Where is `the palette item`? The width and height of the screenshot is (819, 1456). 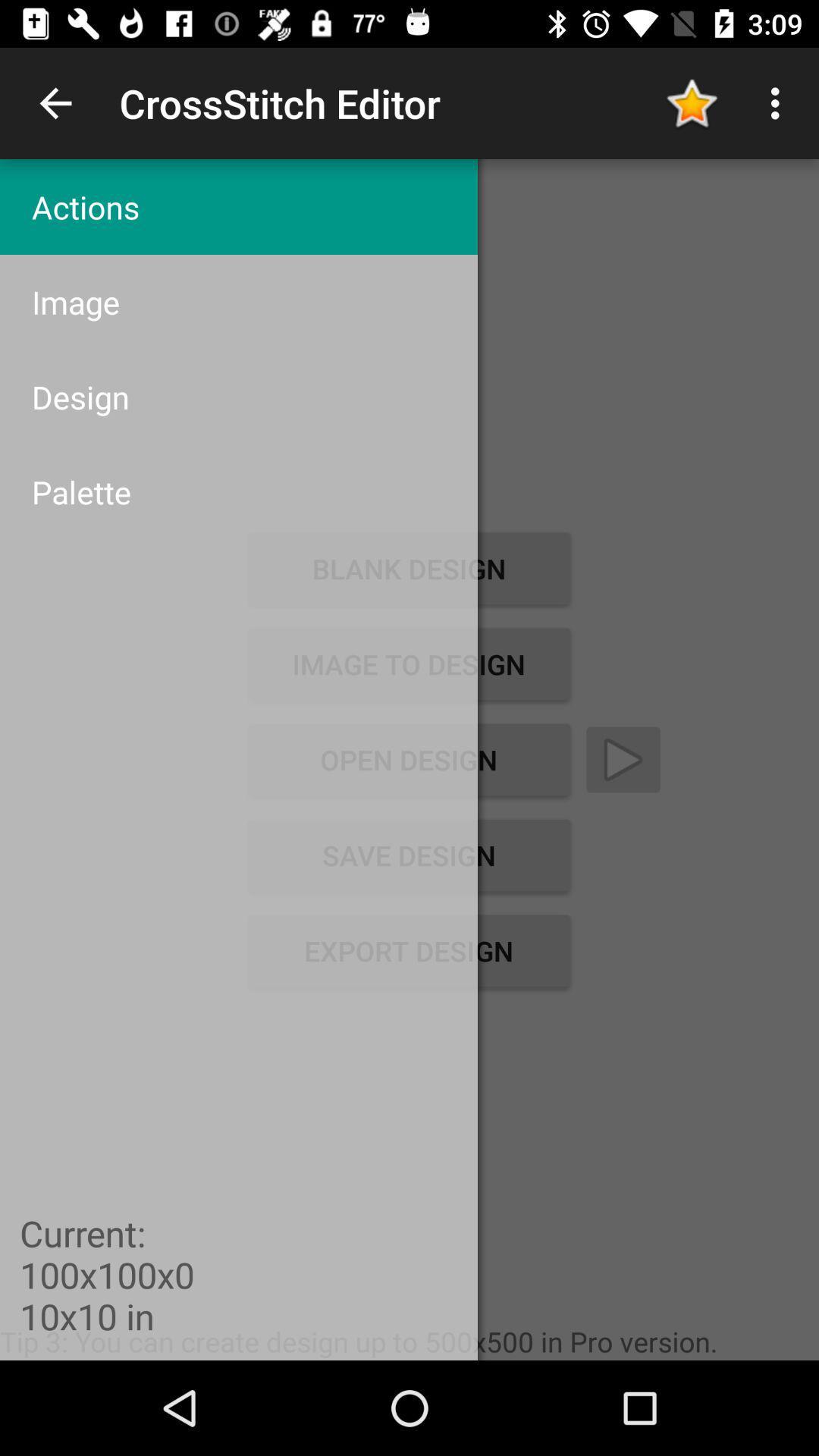 the palette item is located at coordinates (239, 491).